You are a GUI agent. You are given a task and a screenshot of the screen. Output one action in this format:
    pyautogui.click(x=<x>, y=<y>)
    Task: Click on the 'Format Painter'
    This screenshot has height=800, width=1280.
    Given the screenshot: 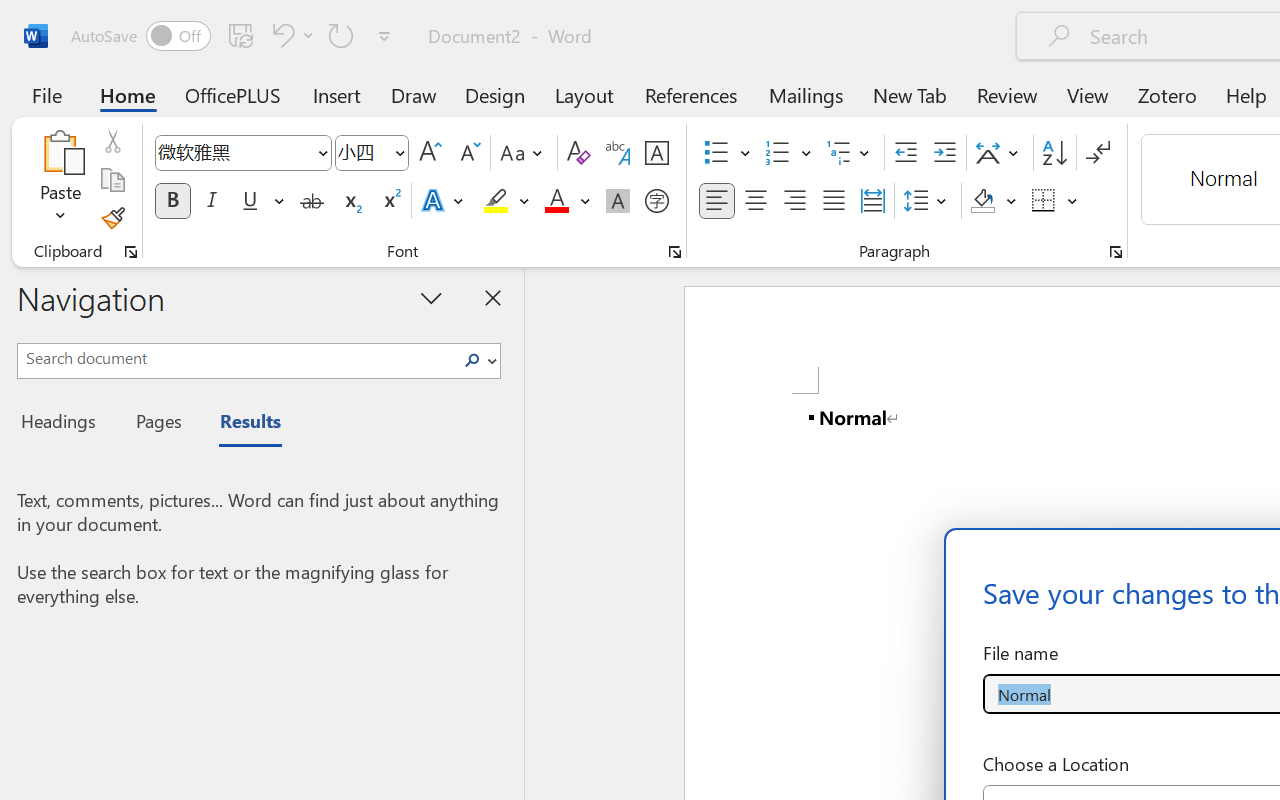 What is the action you would take?
    pyautogui.click(x=111, y=218)
    